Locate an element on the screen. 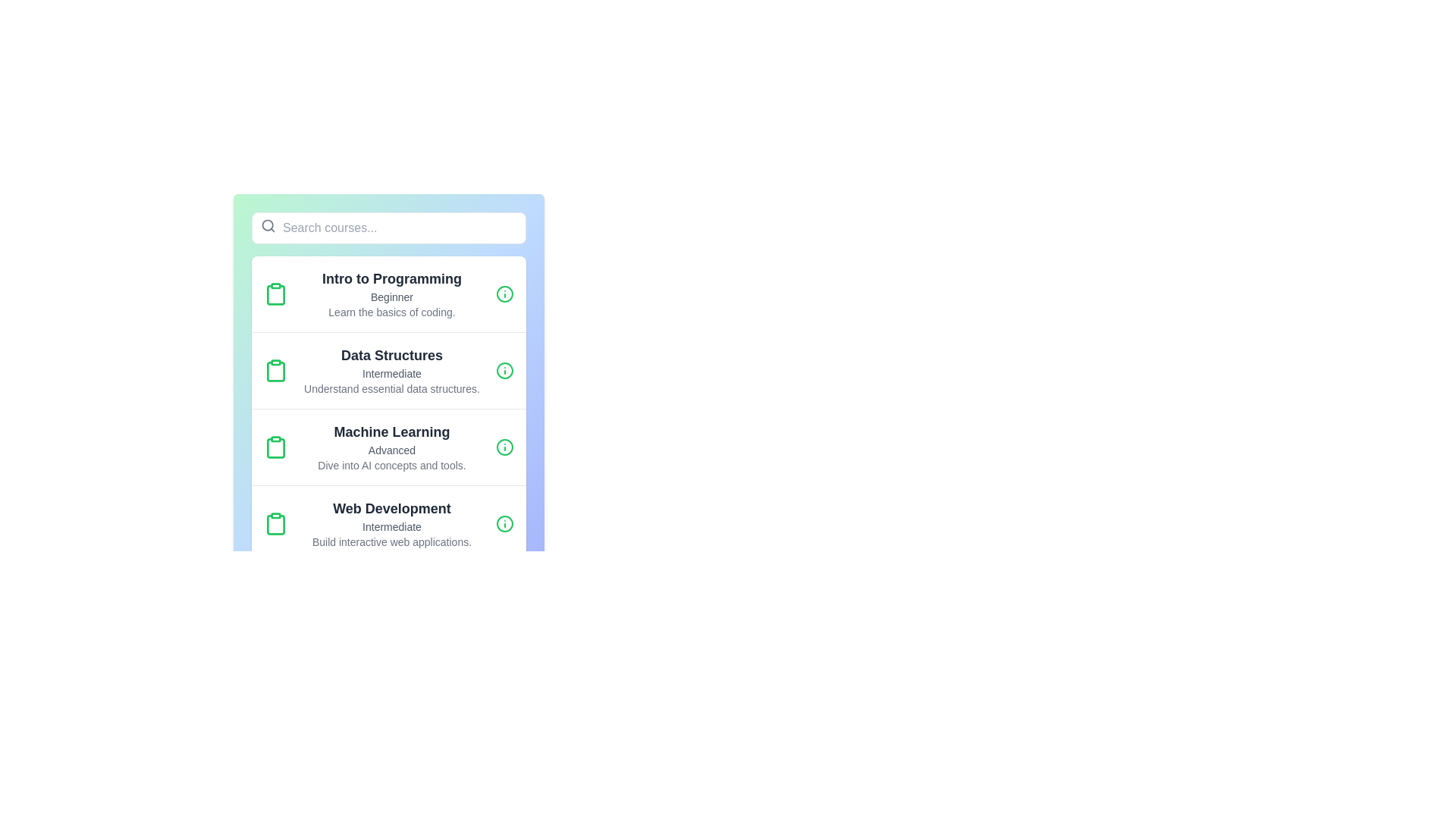 This screenshot has height=819, width=1456. the clipboard icon located to the left of the 'Data Structures' text in the second list item of the interface is located at coordinates (276, 371).